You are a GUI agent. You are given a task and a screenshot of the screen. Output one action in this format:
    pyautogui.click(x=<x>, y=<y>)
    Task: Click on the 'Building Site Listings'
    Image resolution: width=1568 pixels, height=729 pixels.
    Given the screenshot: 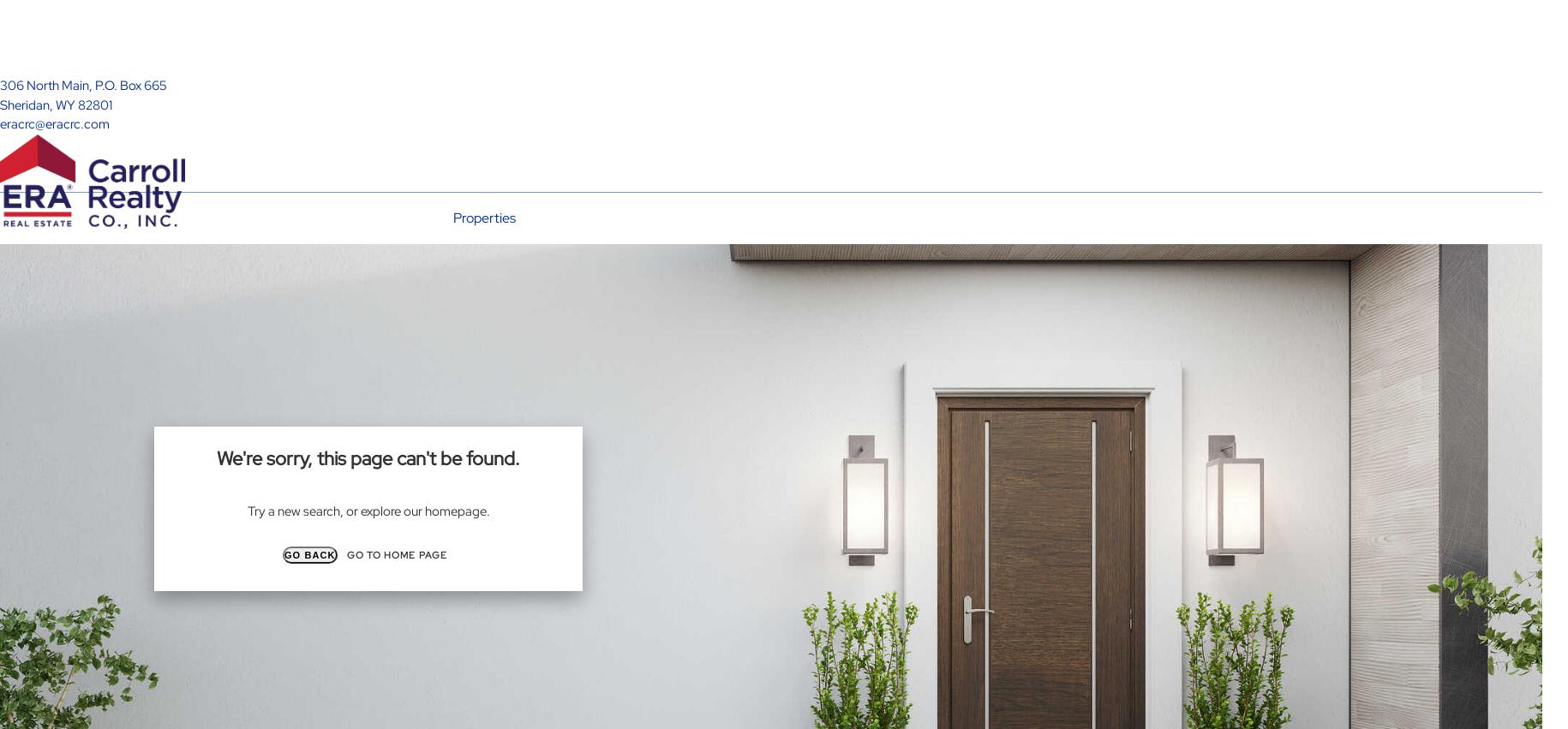 What is the action you would take?
    pyautogui.click(x=481, y=286)
    